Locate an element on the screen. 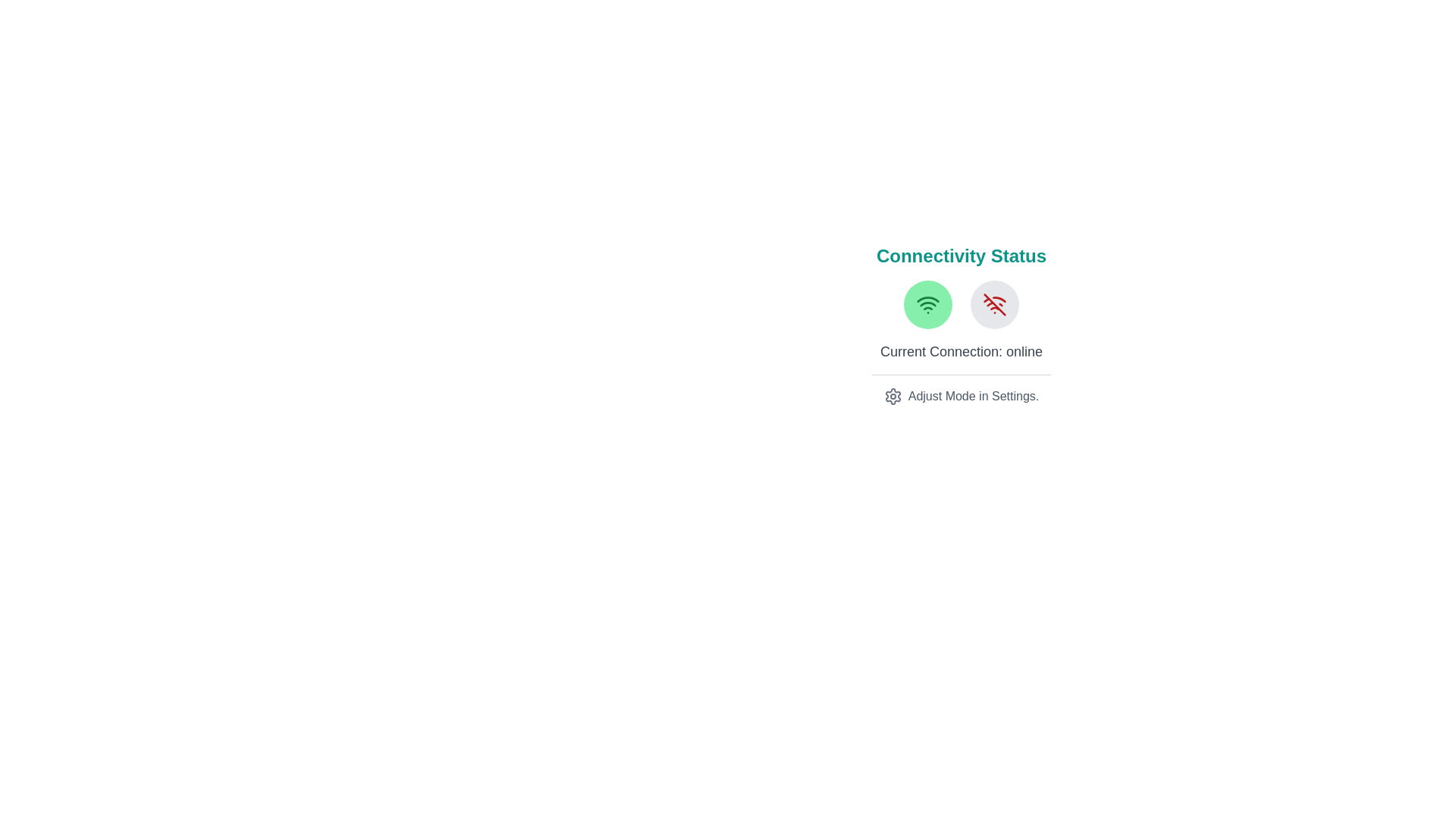 This screenshot has width=1456, height=819. the settings icon to examine the 'Settings' section message is located at coordinates (893, 396).